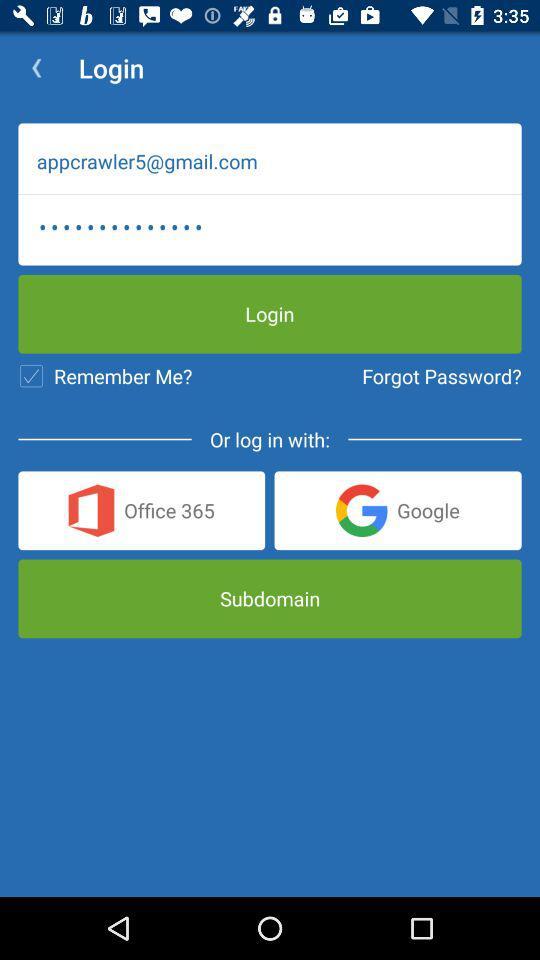 The width and height of the screenshot is (540, 960). Describe the element at coordinates (105, 375) in the screenshot. I see `the icon below appcrawler3116` at that location.